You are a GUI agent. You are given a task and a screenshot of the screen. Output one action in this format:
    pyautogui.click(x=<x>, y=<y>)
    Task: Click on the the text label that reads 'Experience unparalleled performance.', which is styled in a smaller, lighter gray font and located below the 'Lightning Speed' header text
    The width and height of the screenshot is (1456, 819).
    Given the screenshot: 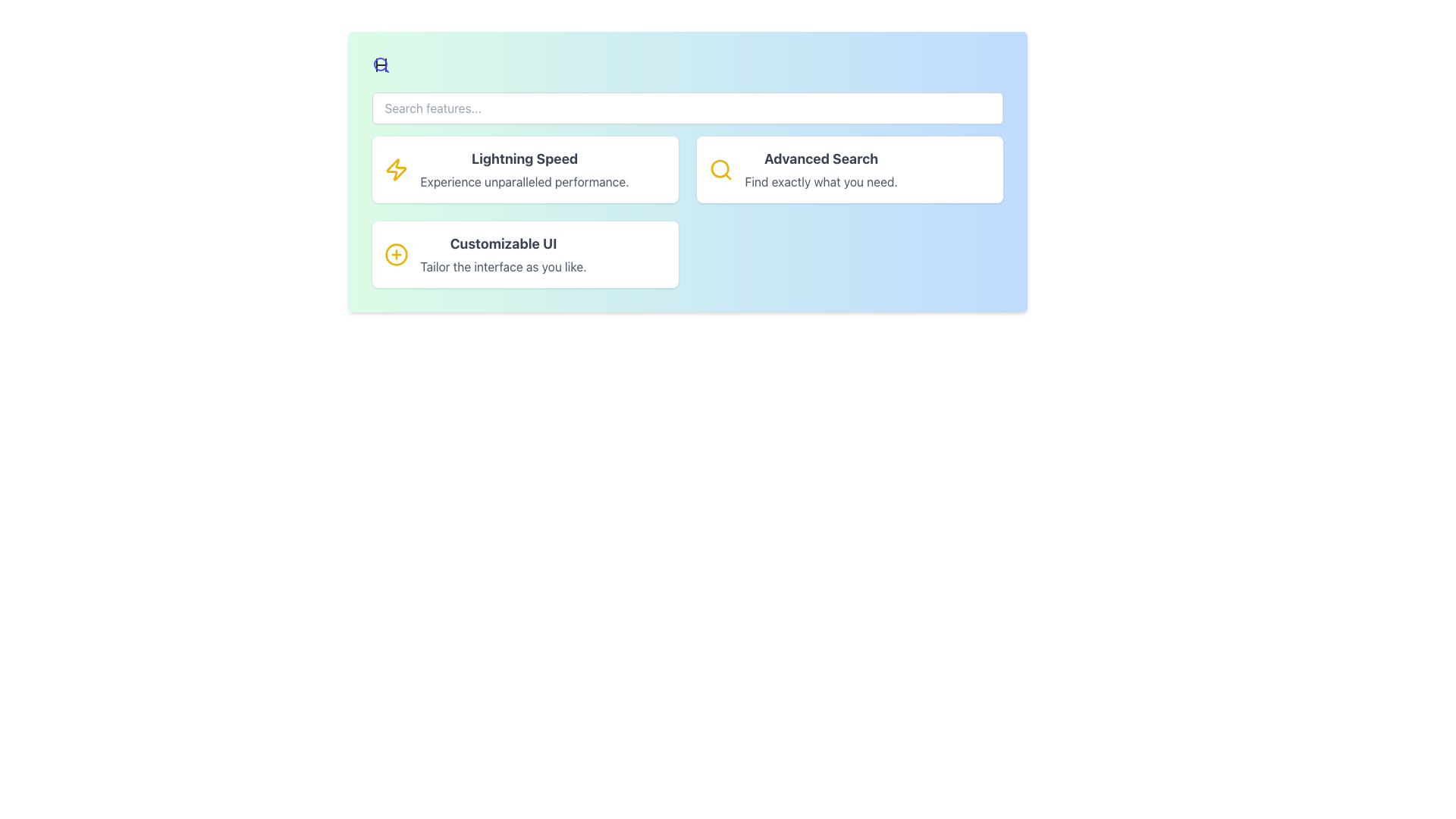 What is the action you would take?
    pyautogui.click(x=525, y=180)
    